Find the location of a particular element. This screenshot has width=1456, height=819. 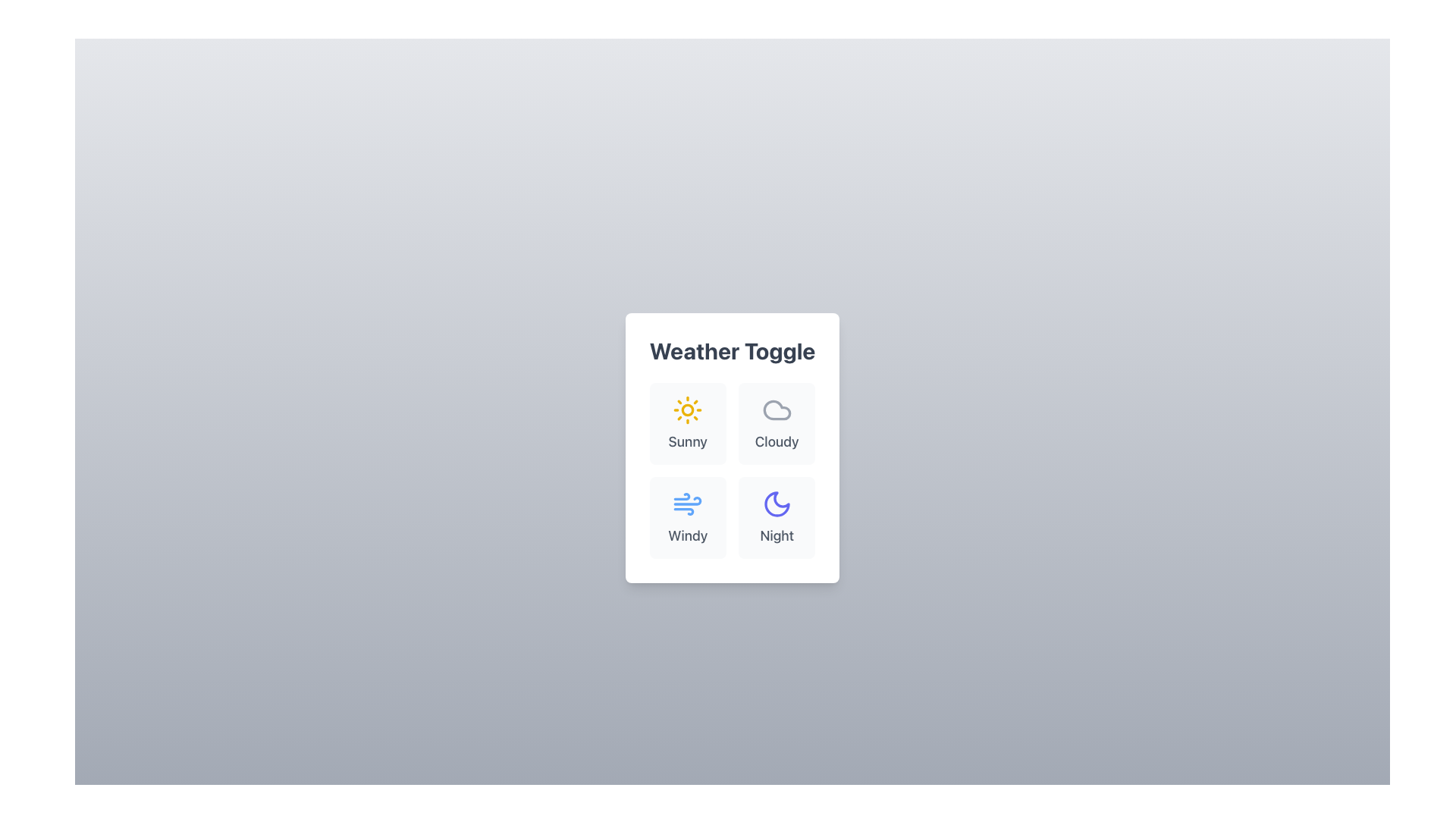

the 'Cloudy' weather option button, which is a card-like component with a cloud icon and gray text, located in the upper-right section of the 'Weather Toggle' grid is located at coordinates (777, 424).